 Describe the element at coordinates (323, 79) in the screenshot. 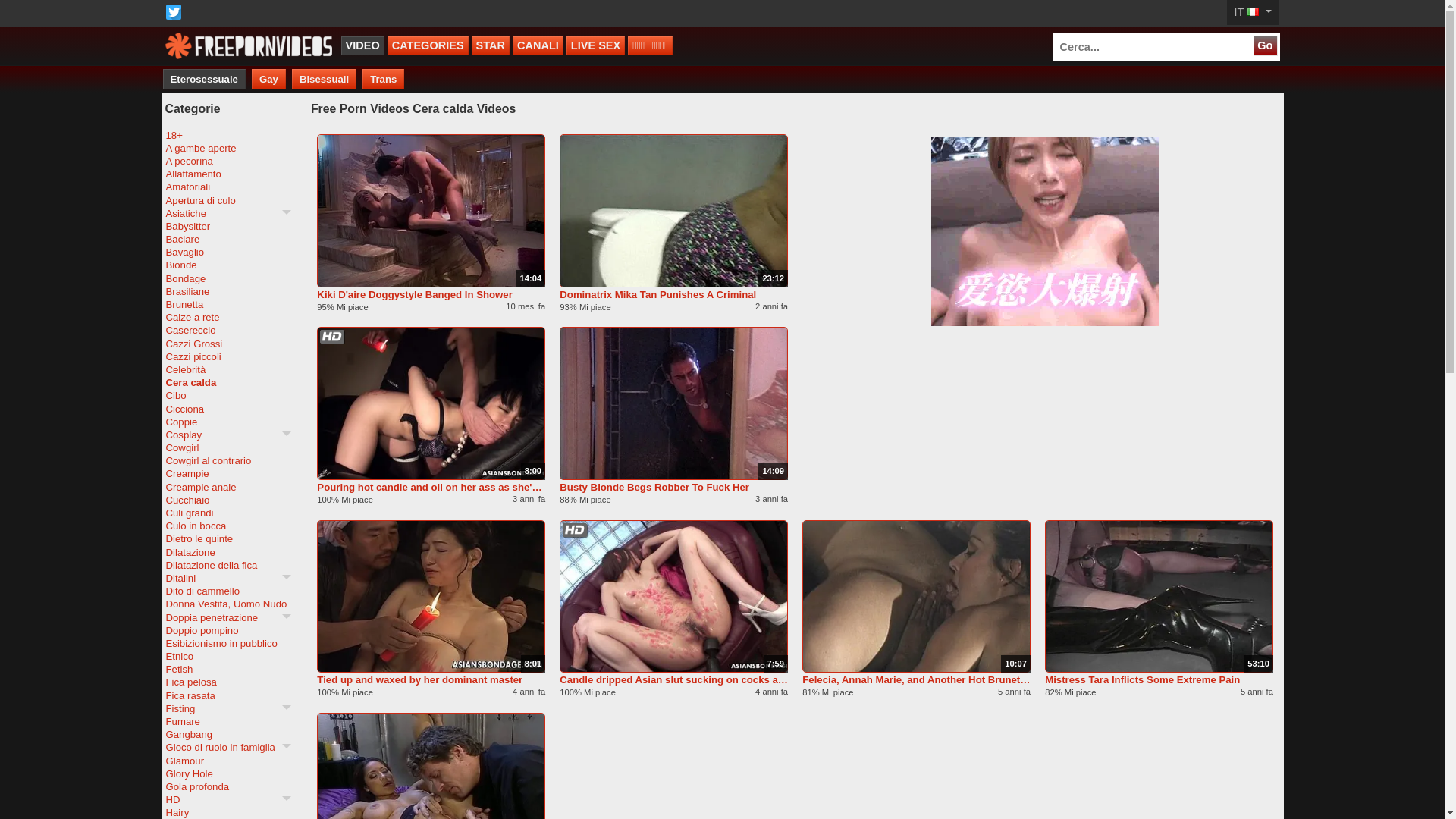

I see `'Bisessuali'` at that location.